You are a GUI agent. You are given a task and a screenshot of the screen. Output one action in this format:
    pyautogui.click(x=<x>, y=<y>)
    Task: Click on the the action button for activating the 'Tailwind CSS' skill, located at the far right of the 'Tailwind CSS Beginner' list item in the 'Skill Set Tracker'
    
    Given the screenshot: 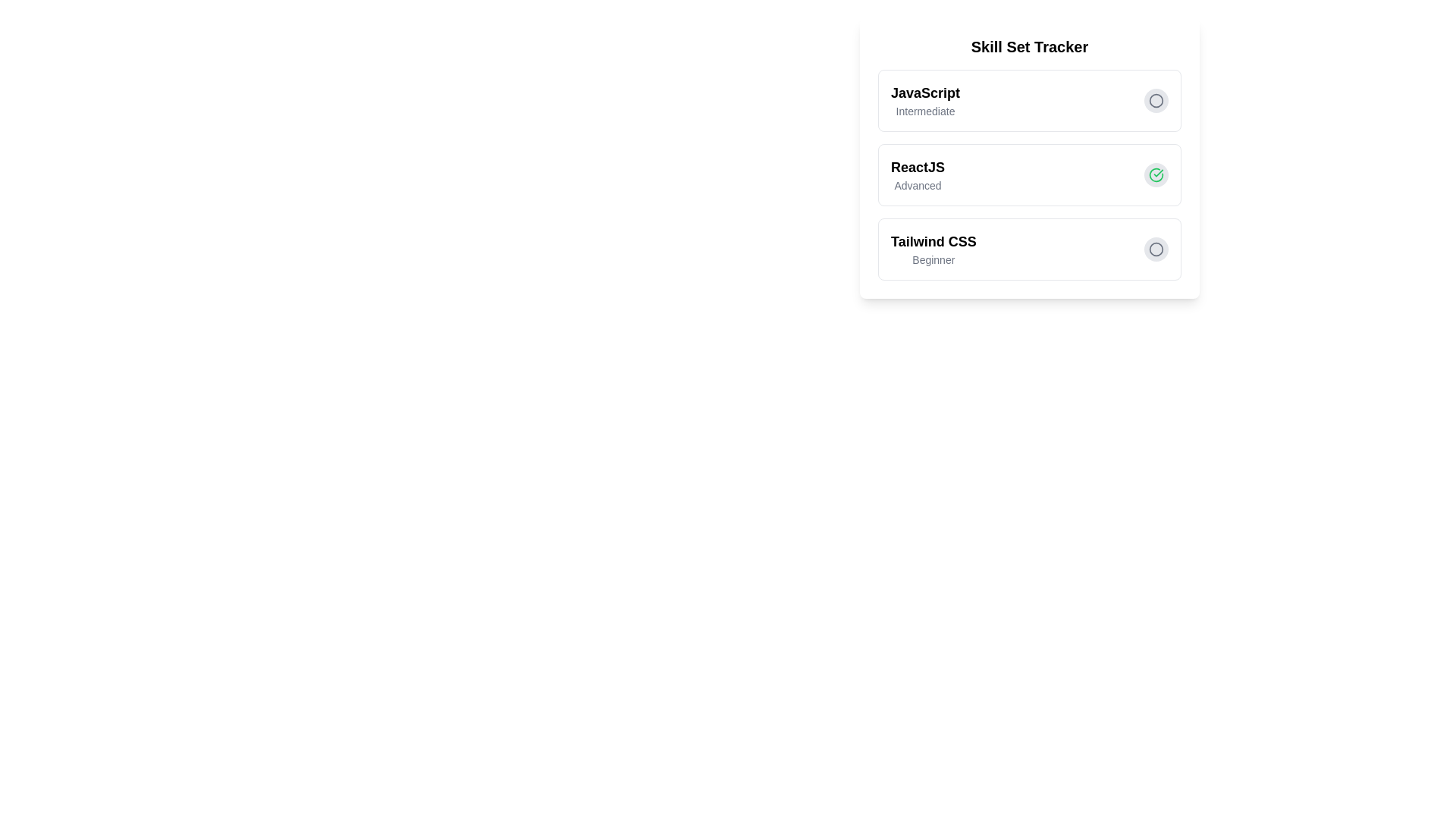 What is the action you would take?
    pyautogui.click(x=1156, y=248)
    